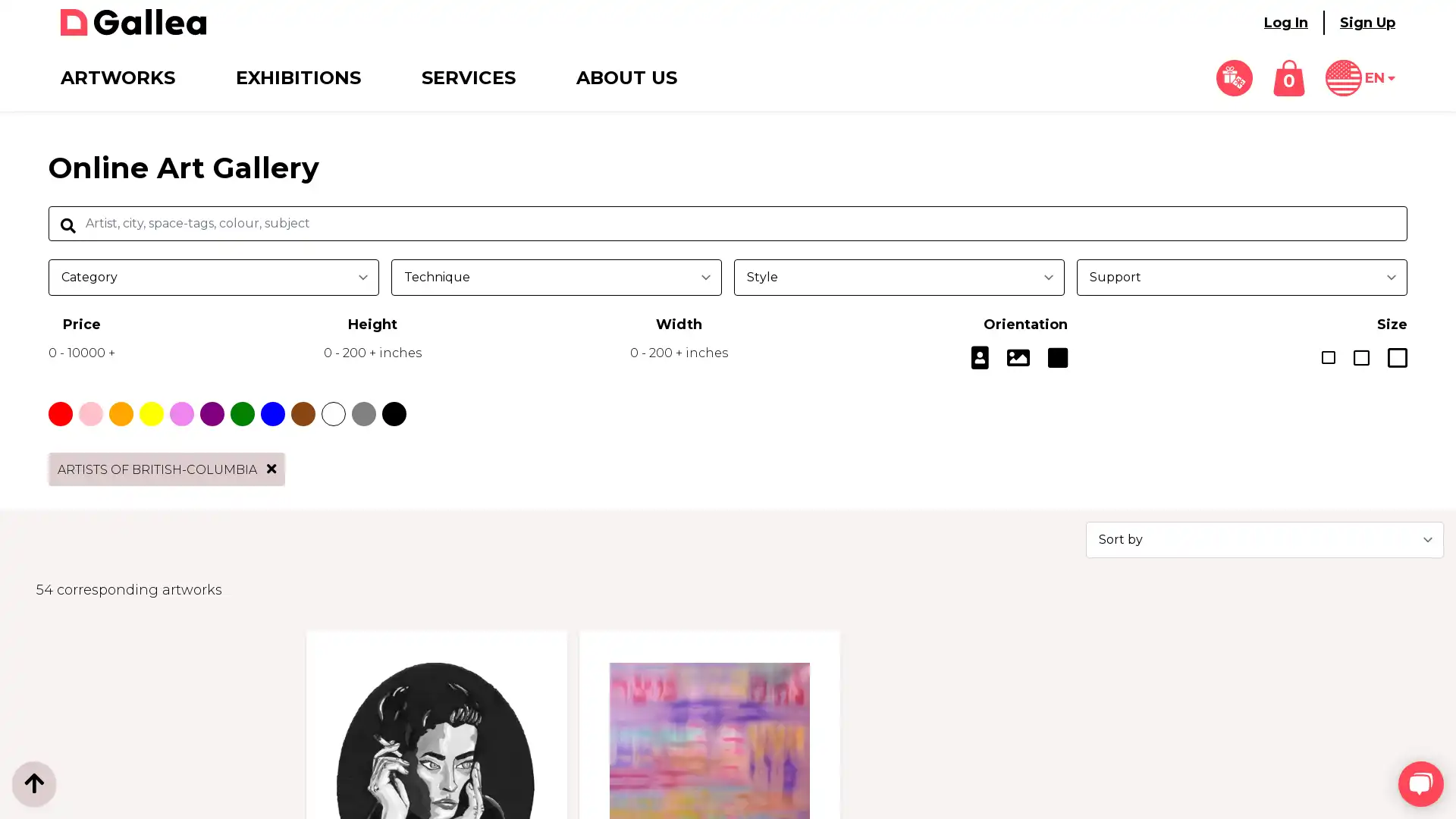 This screenshot has width=1456, height=819. What do you see at coordinates (1360, 78) in the screenshot?
I see `EN` at bounding box center [1360, 78].